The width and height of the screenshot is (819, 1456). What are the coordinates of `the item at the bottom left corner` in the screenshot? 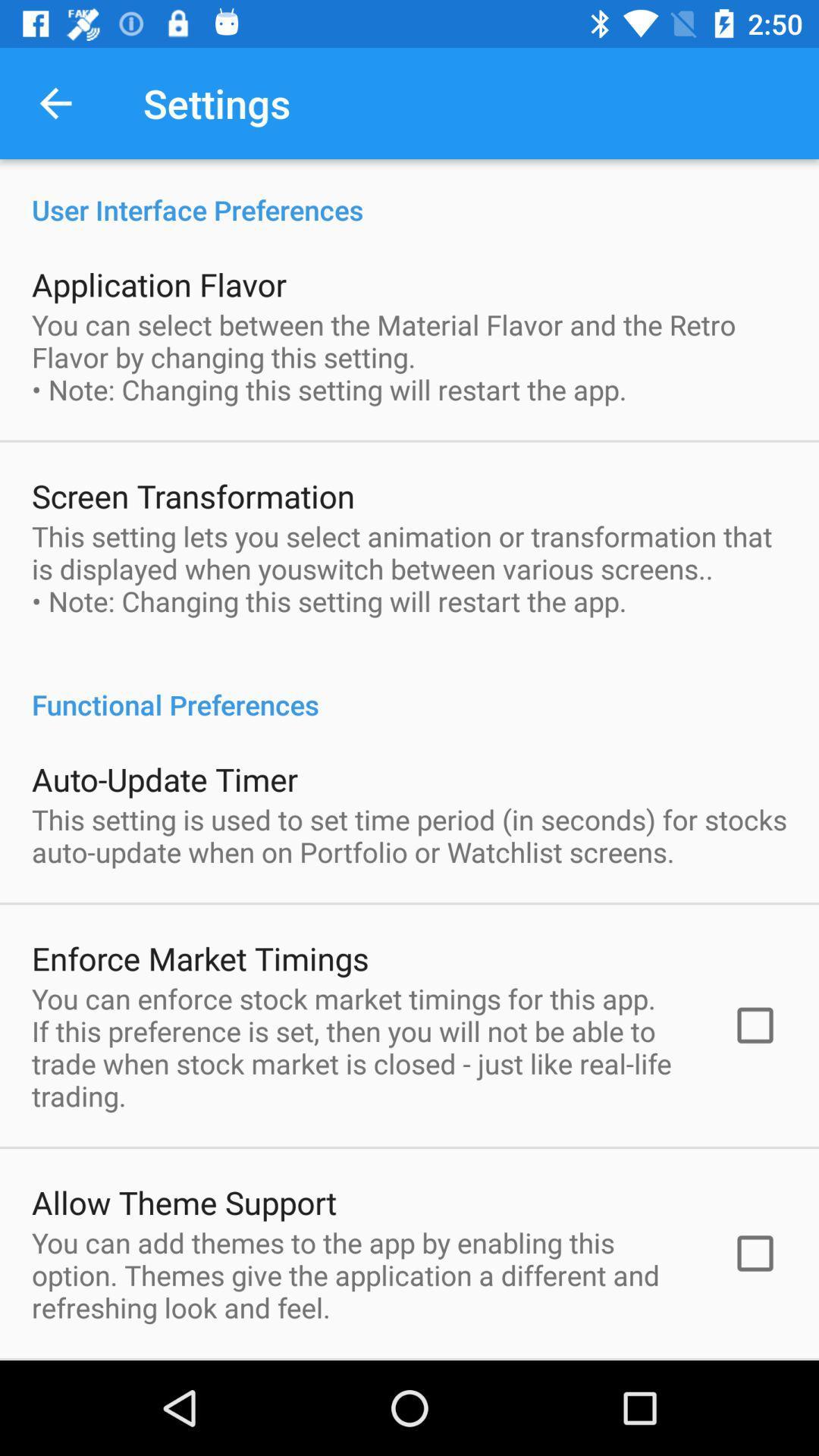 It's located at (184, 1201).